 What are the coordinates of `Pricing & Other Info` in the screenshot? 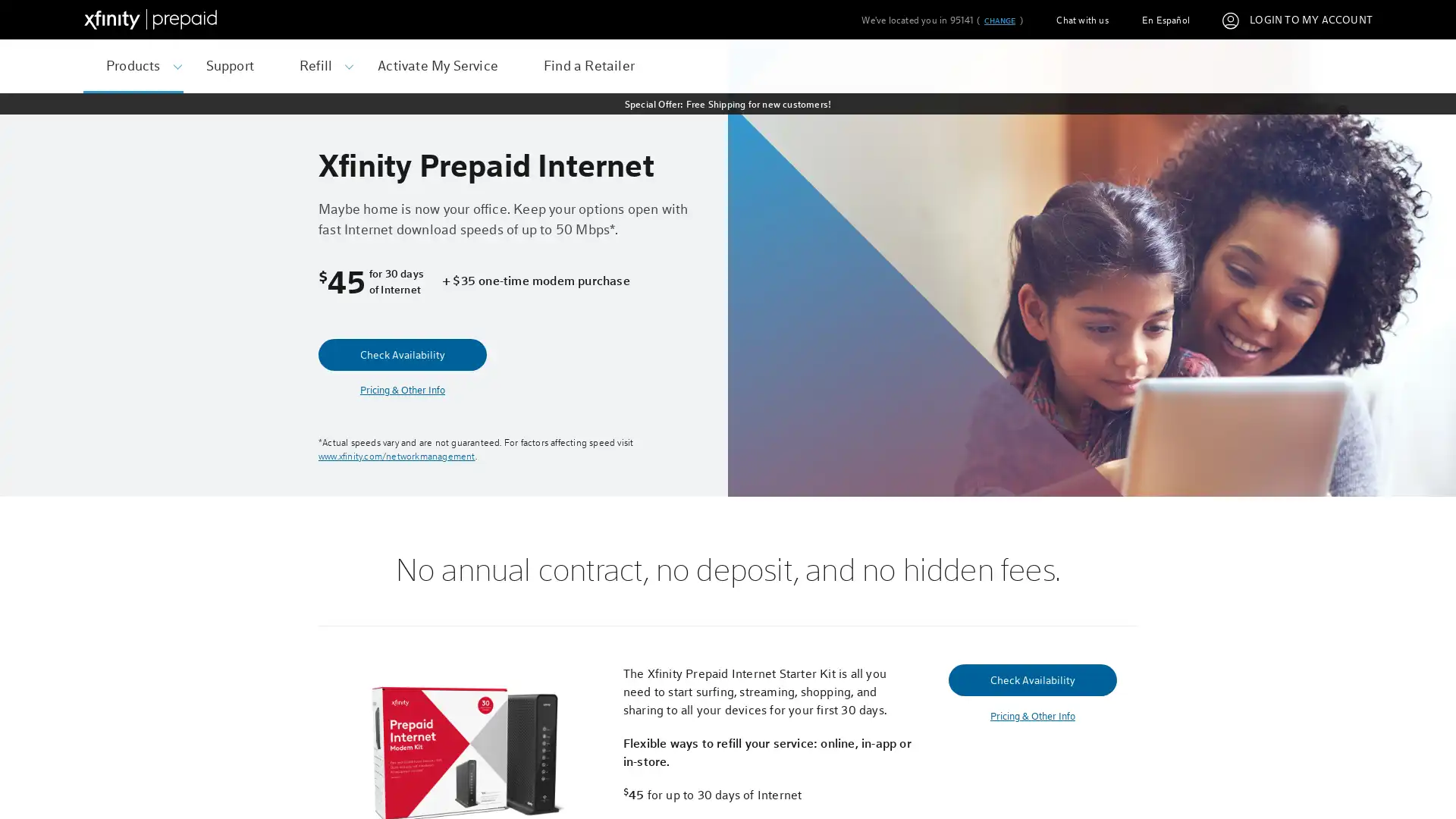 It's located at (1031, 716).